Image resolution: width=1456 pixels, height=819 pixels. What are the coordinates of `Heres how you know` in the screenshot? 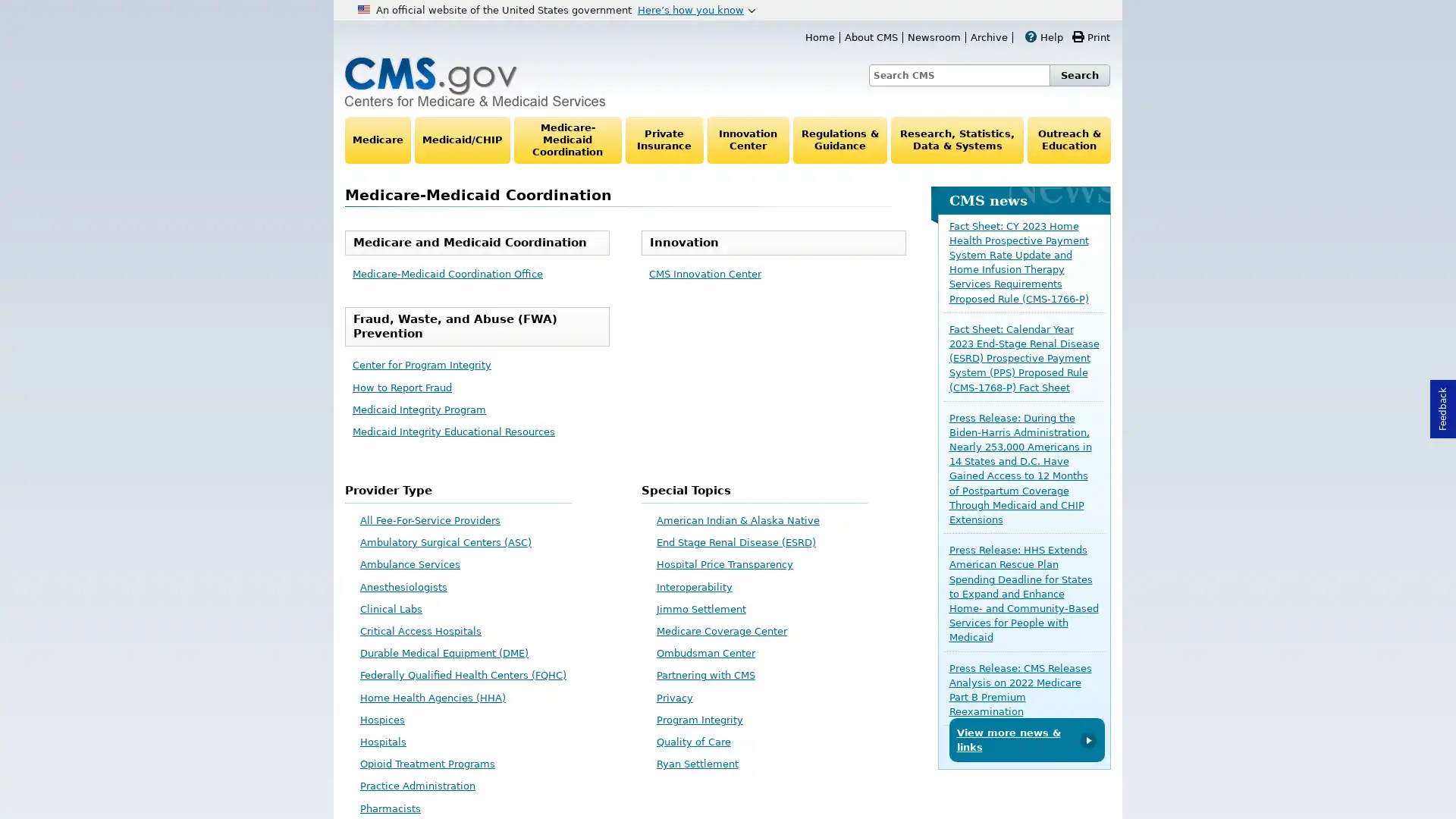 It's located at (695, 9).